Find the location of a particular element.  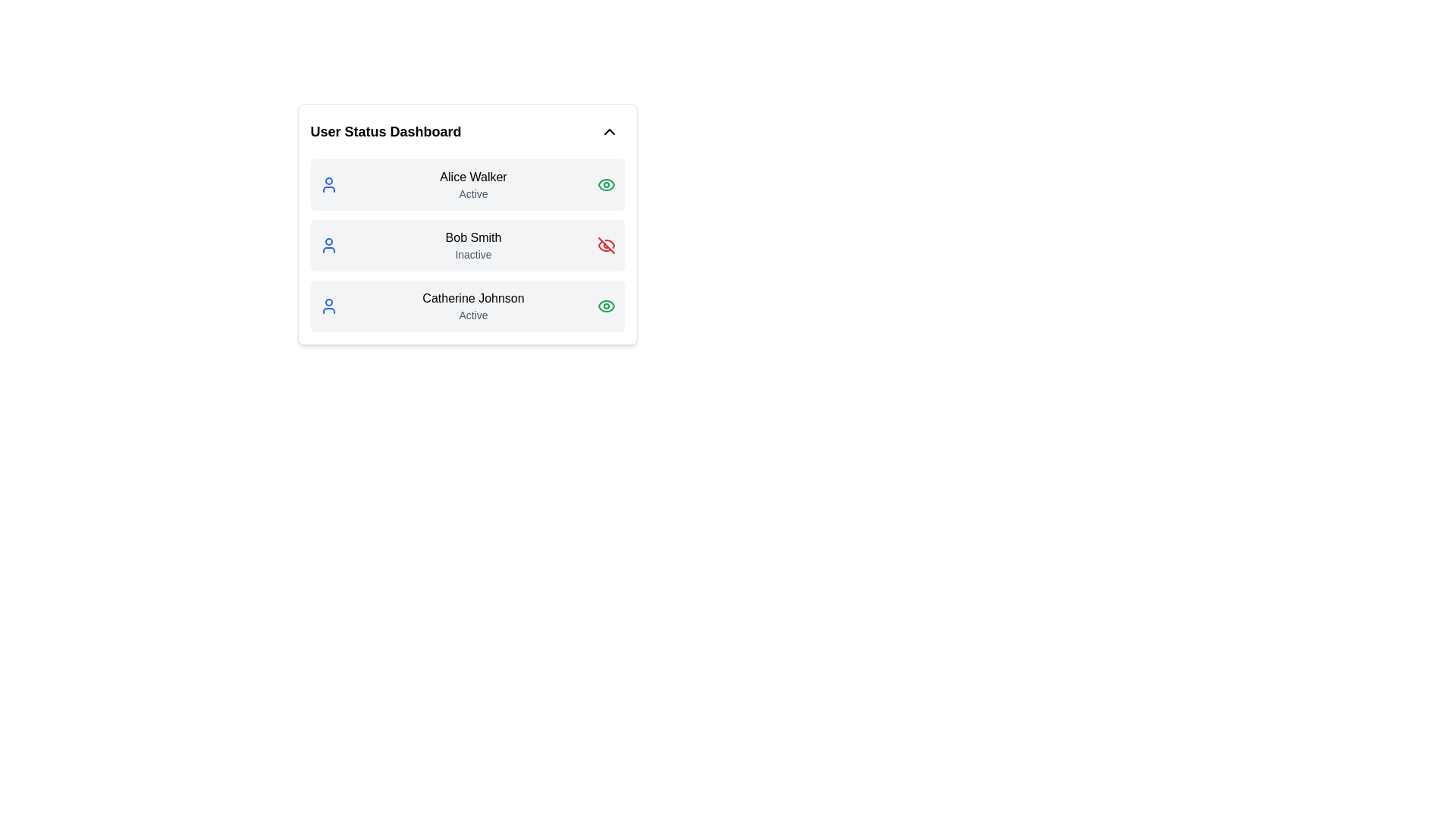

user name 'Alice Walker' displayed in the primary title text of the first item in the User Status Dashboard is located at coordinates (472, 177).